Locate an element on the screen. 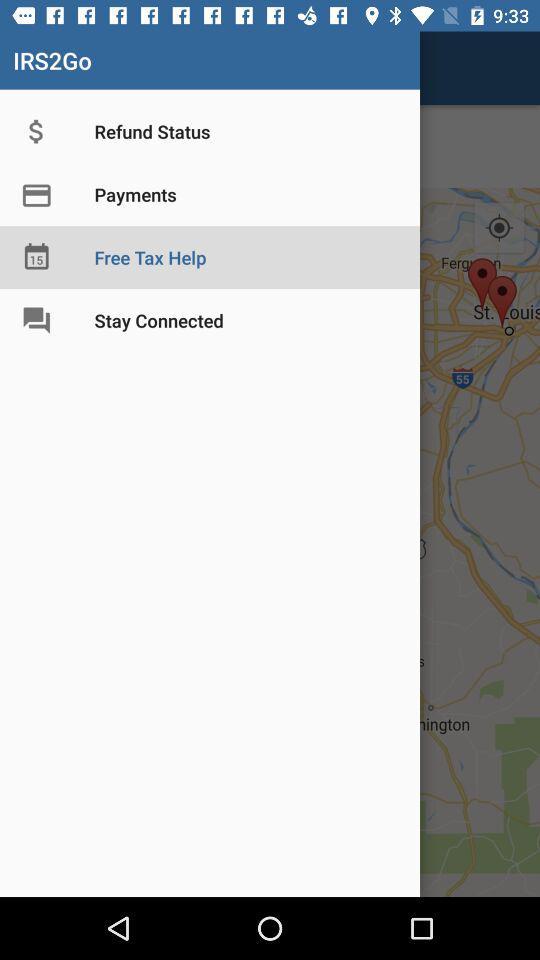 This screenshot has width=540, height=960. the star icon is located at coordinates (76, 142).